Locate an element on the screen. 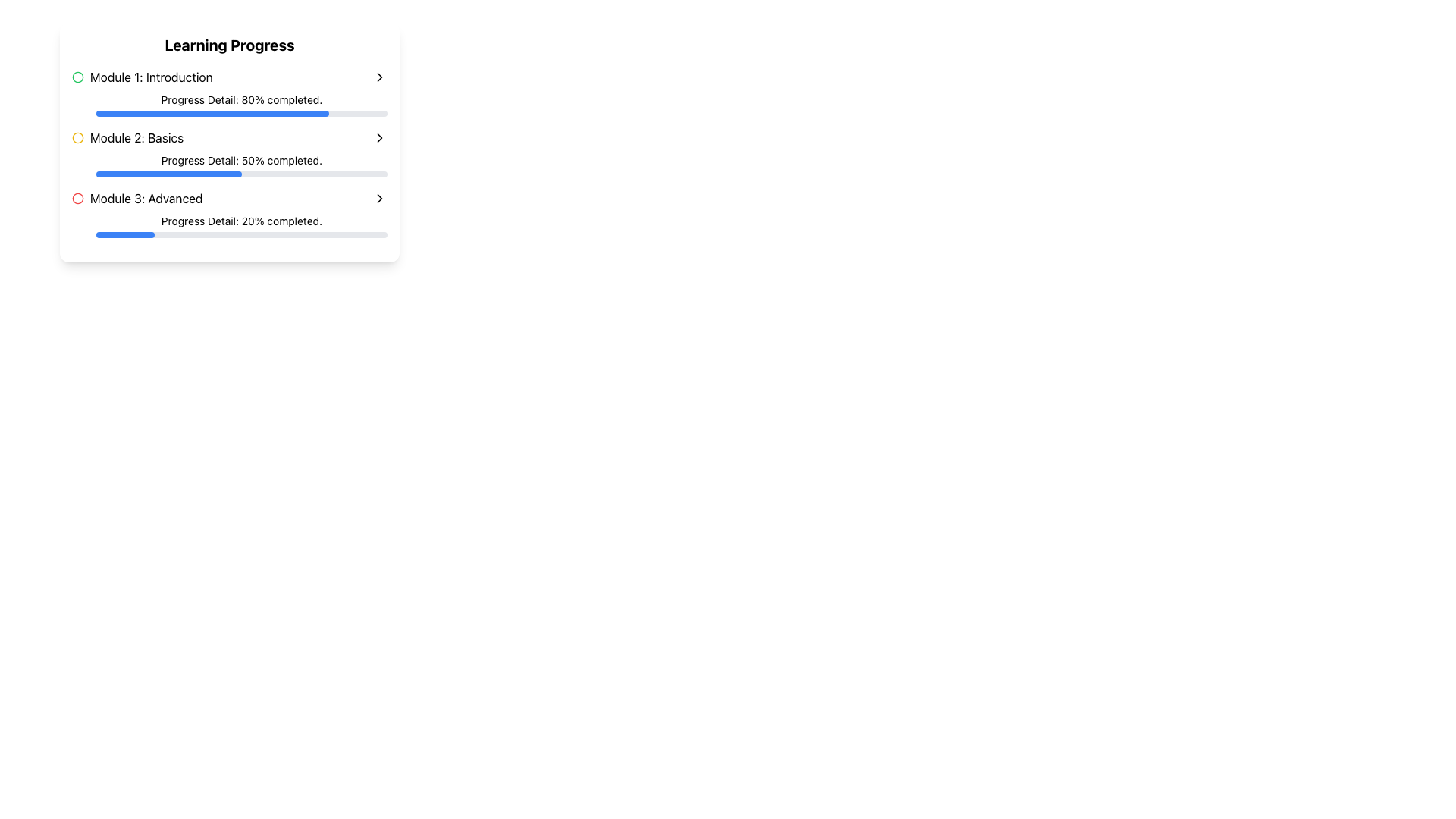 The image size is (1456, 819). the chevron icon located at the far right of the row labeled 'Module 1: Introduction' is located at coordinates (379, 77).